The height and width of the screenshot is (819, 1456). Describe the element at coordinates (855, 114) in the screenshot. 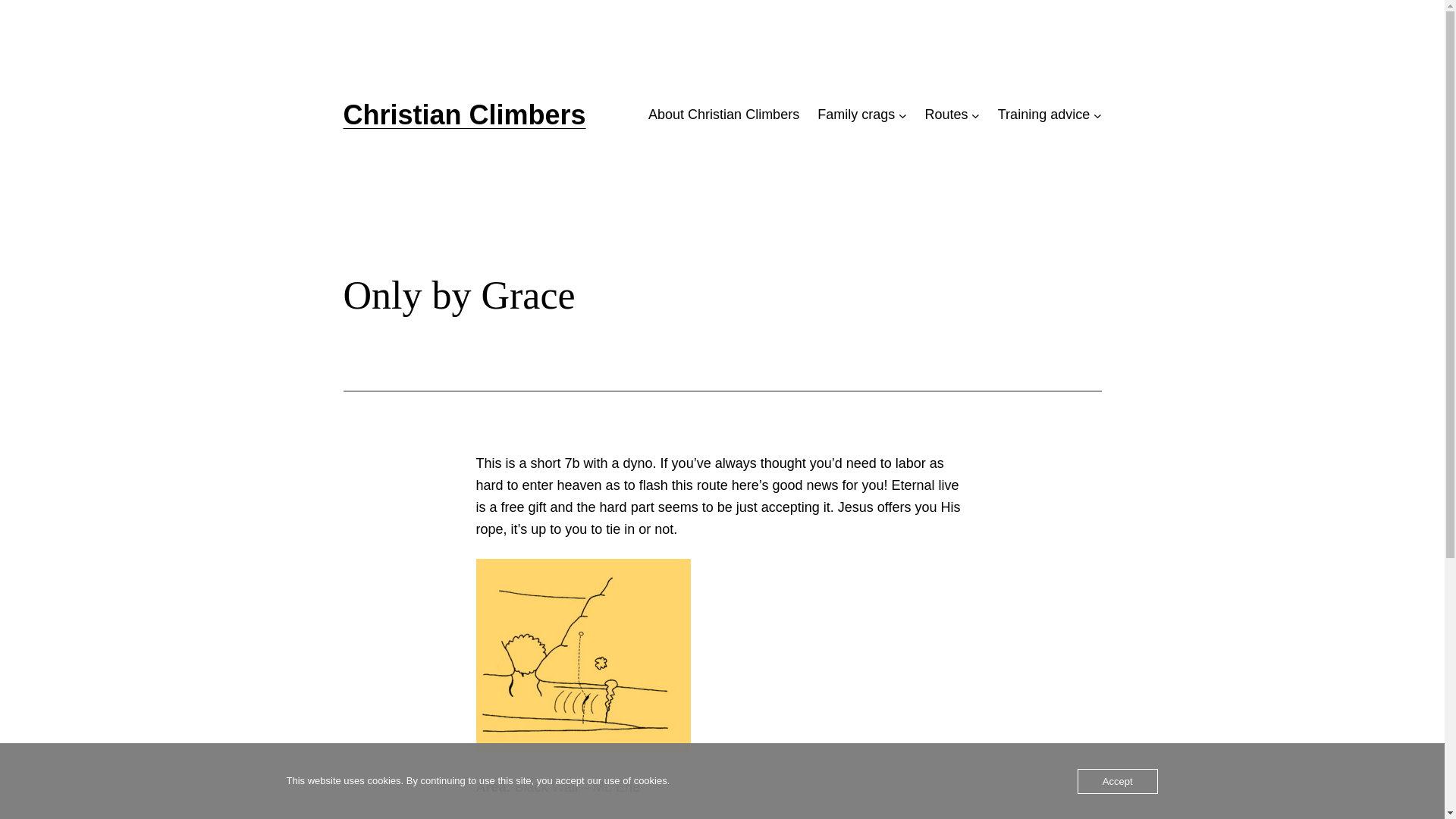

I see `'Family crags'` at that location.